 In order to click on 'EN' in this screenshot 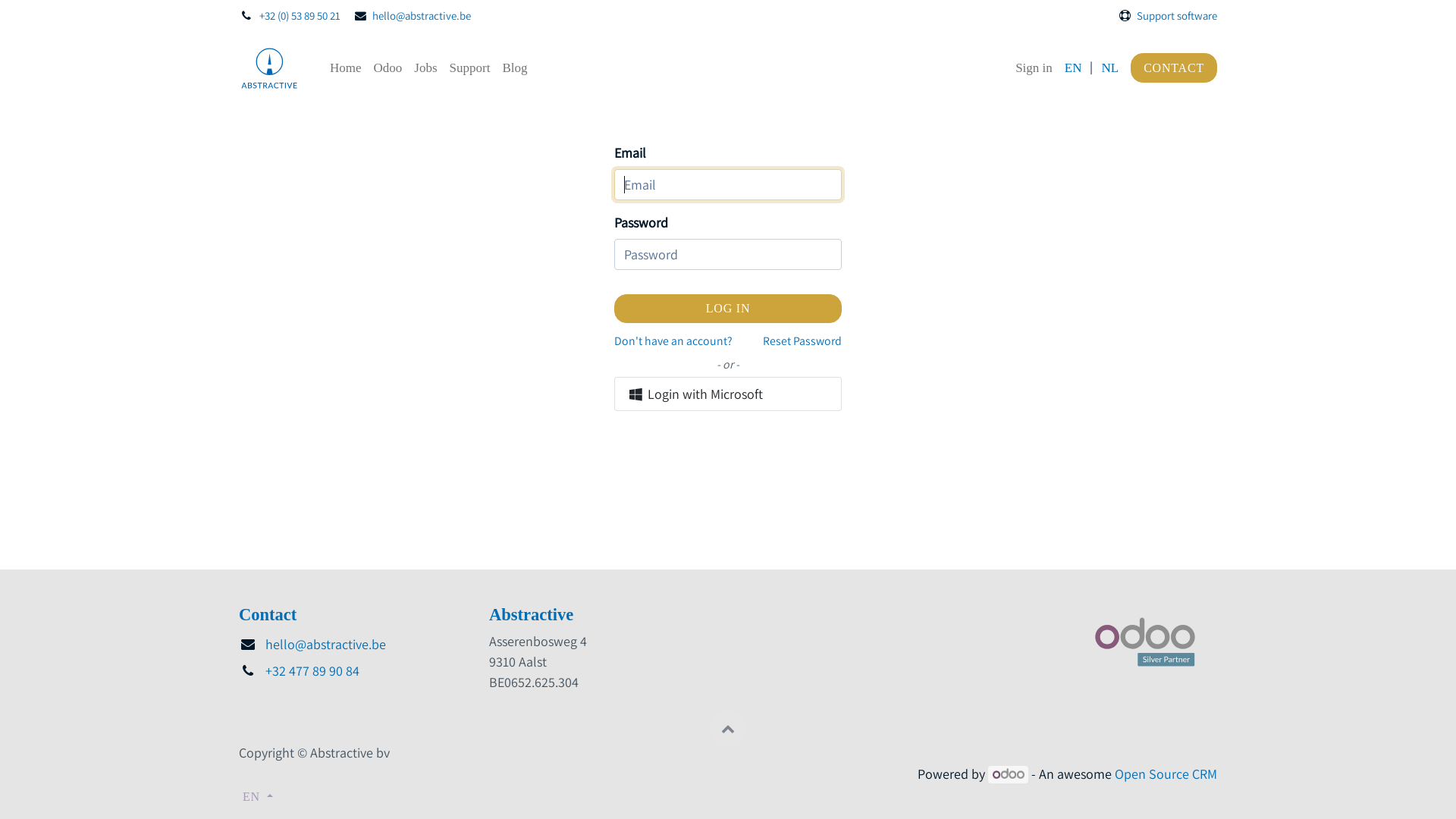, I will do `click(1072, 67)`.